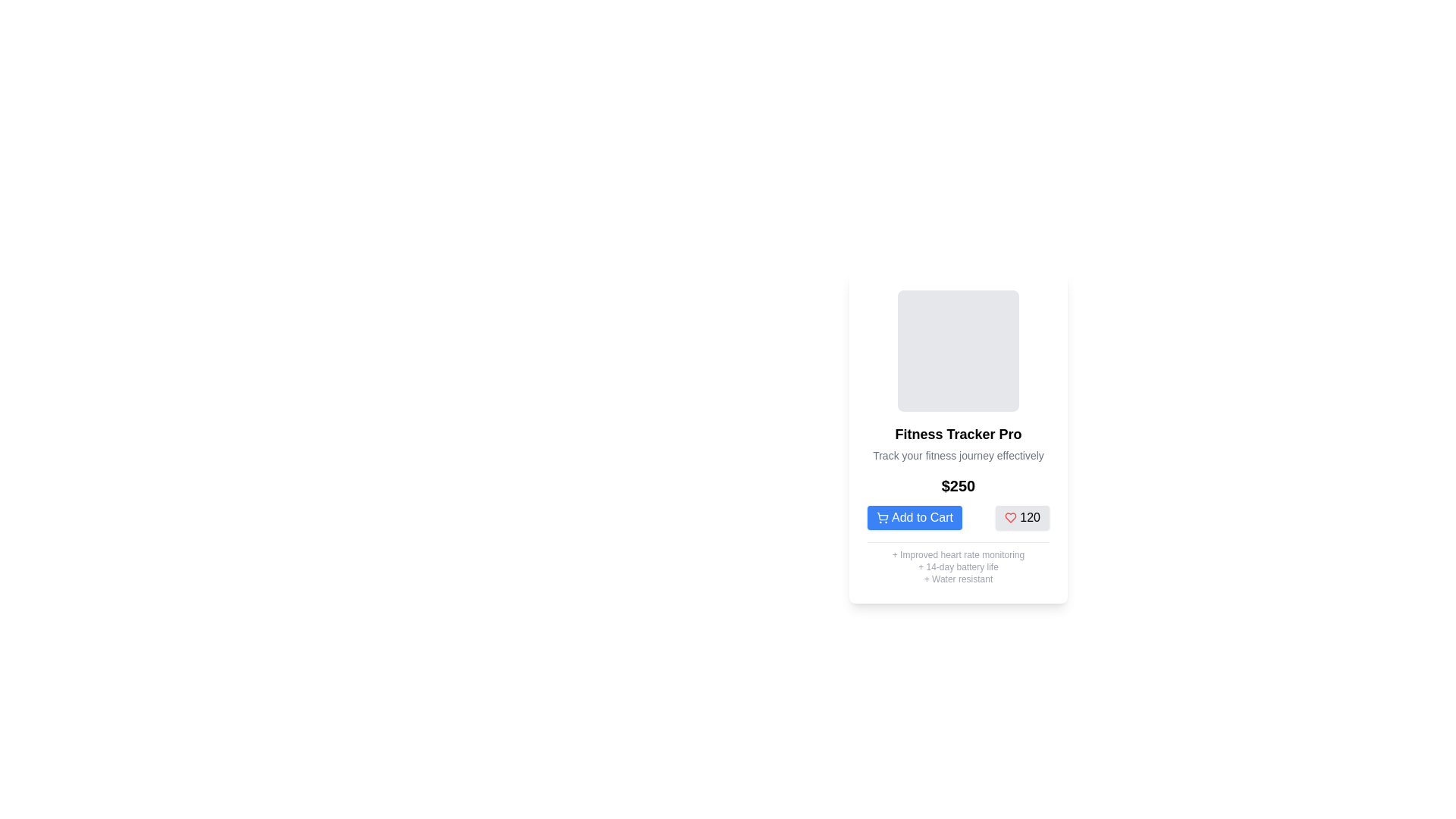  What do you see at coordinates (957, 350) in the screenshot?
I see `the placeholder image located at the top of the card layout for the product 'Fitness Tracker Pro'` at bounding box center [957, 350].